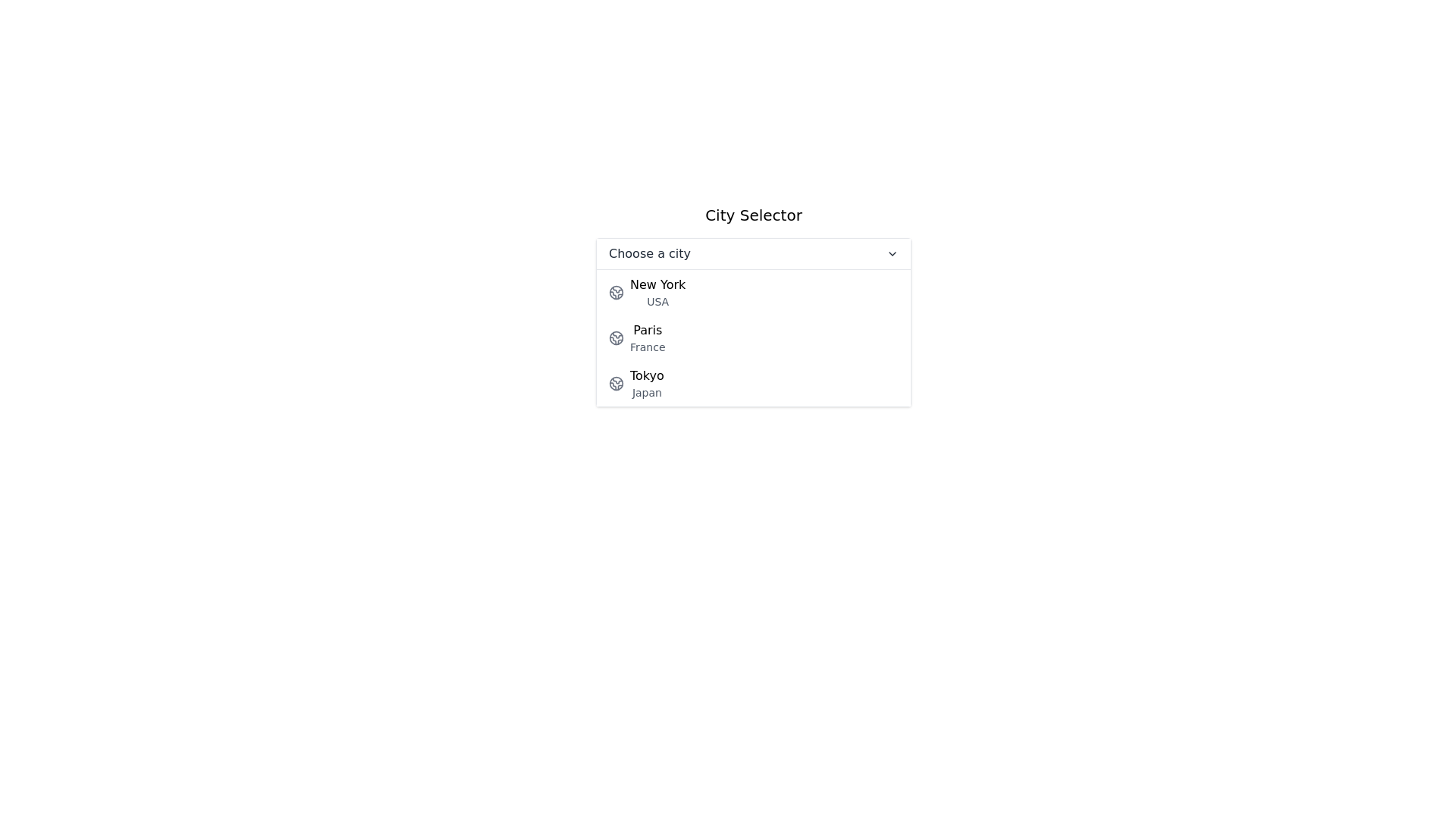  I want to click on the dropdown list item displaying 'Tokyo Japan', which is the third option under 'Choose a city', so click(753, 382).